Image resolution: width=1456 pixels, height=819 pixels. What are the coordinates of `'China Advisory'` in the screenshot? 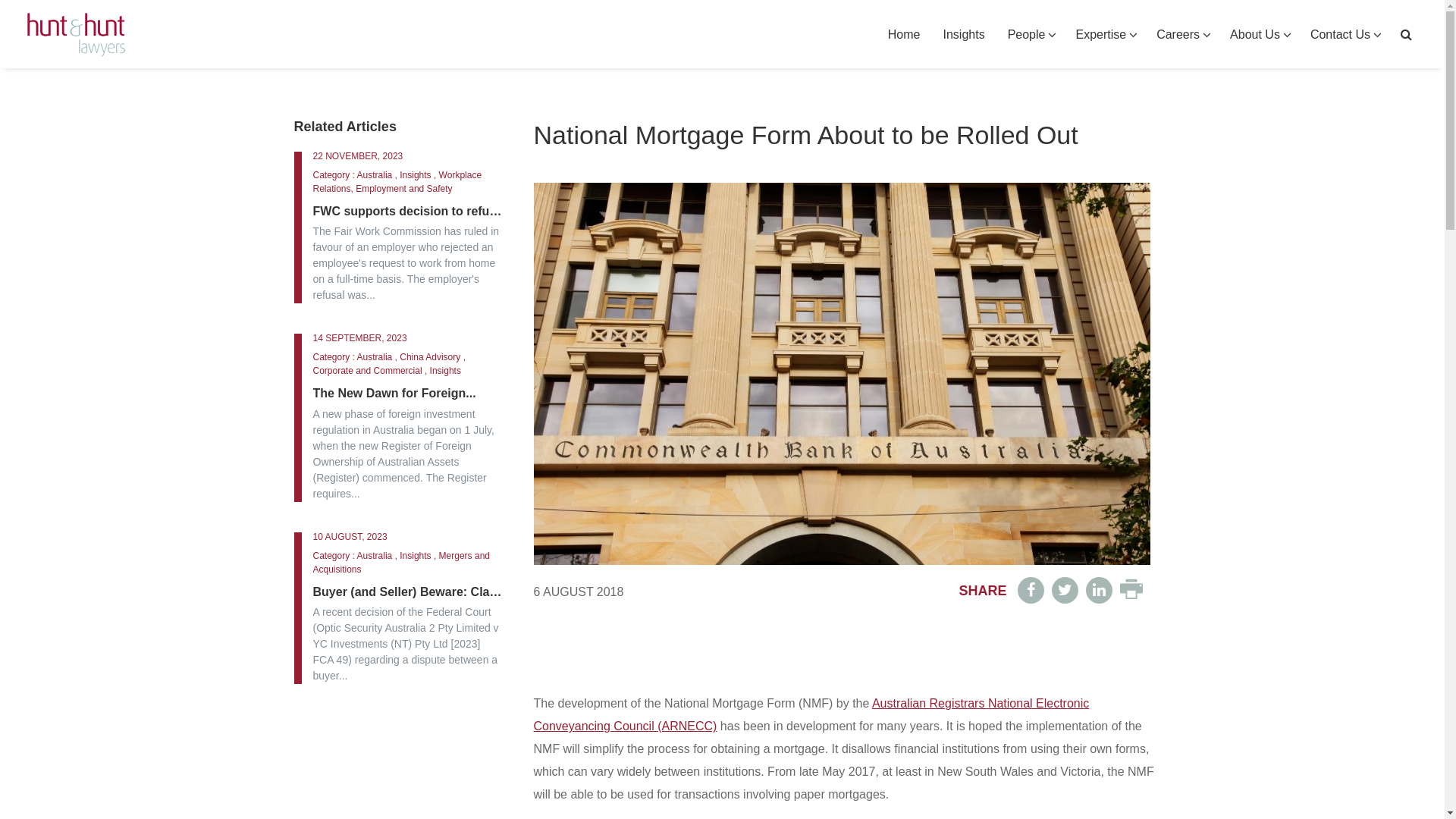 It's located at (428, 356).